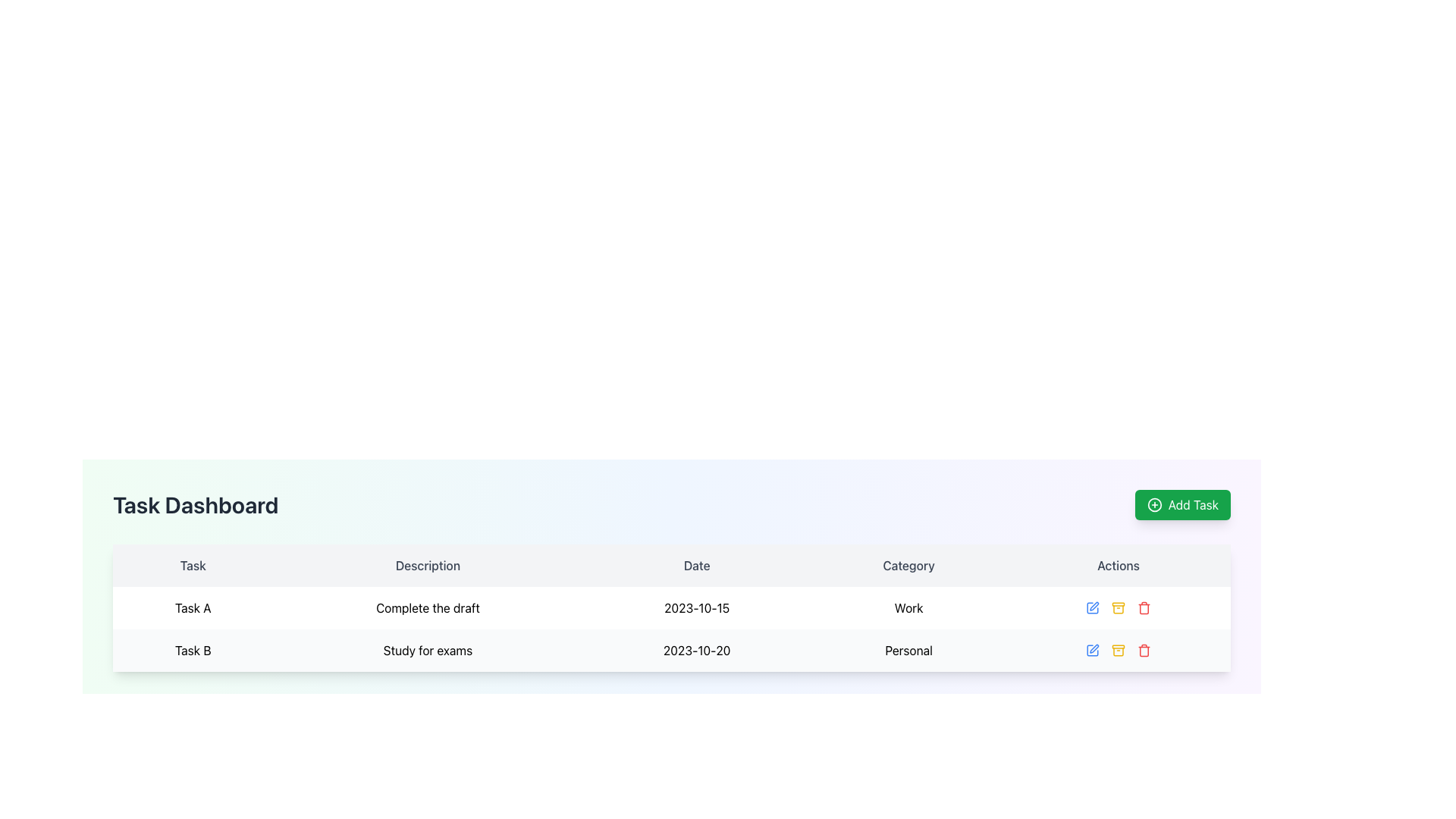  Describe the element at coordinates (1144, 649) in the screenshot. I see `the red trash bin icon representing the delete action in the 'Actions' column for 'Task A'` at that location.